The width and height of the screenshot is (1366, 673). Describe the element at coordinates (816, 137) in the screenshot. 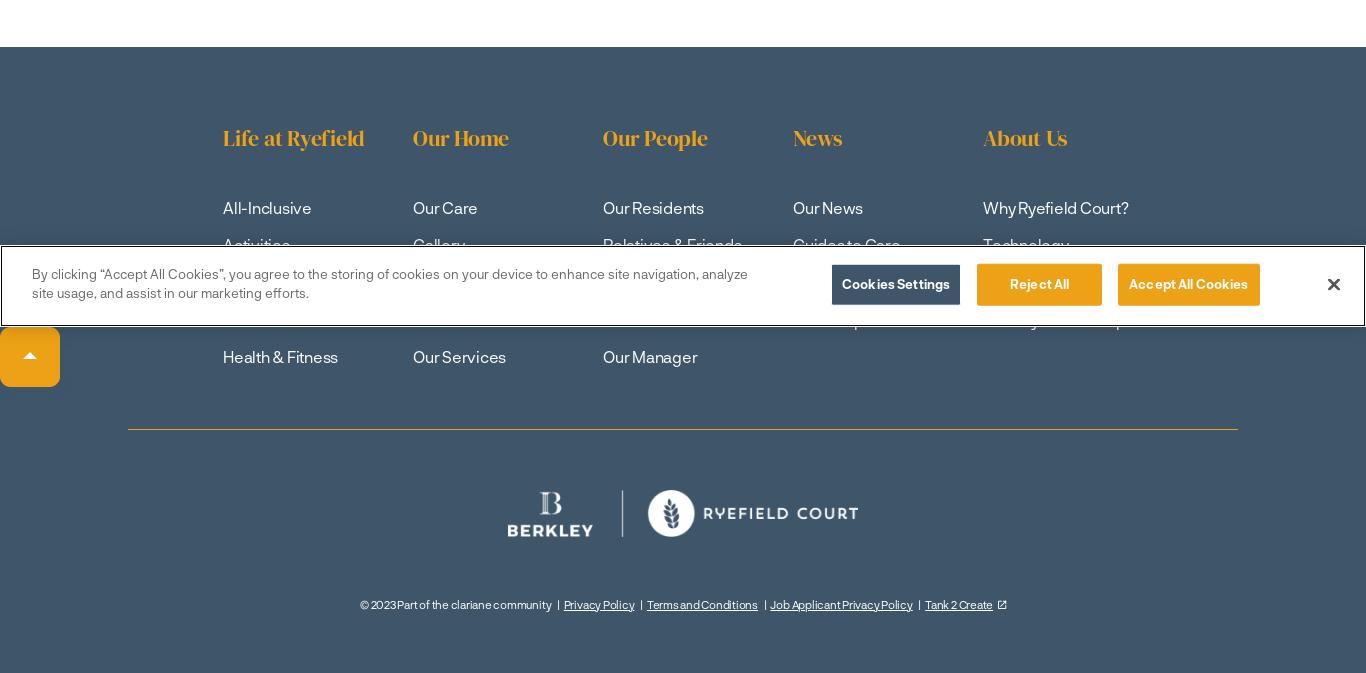

I see `'News'` at that location.